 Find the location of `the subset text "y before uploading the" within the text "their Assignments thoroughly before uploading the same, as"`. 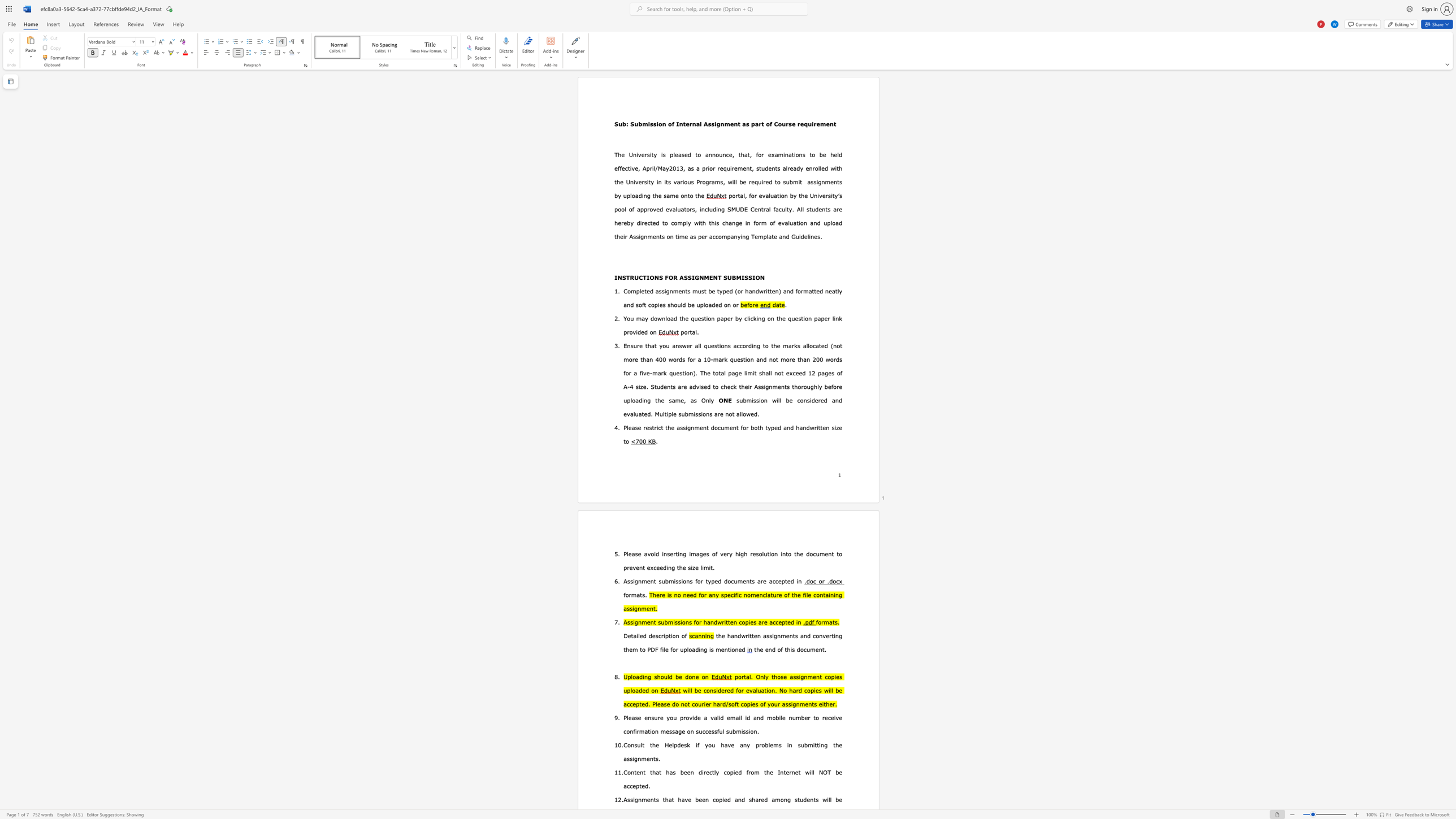

the subset text "y before uploading the" within the text "their Assignments thoroughly before uploading the same, as" is located at coordinates (818, 385).